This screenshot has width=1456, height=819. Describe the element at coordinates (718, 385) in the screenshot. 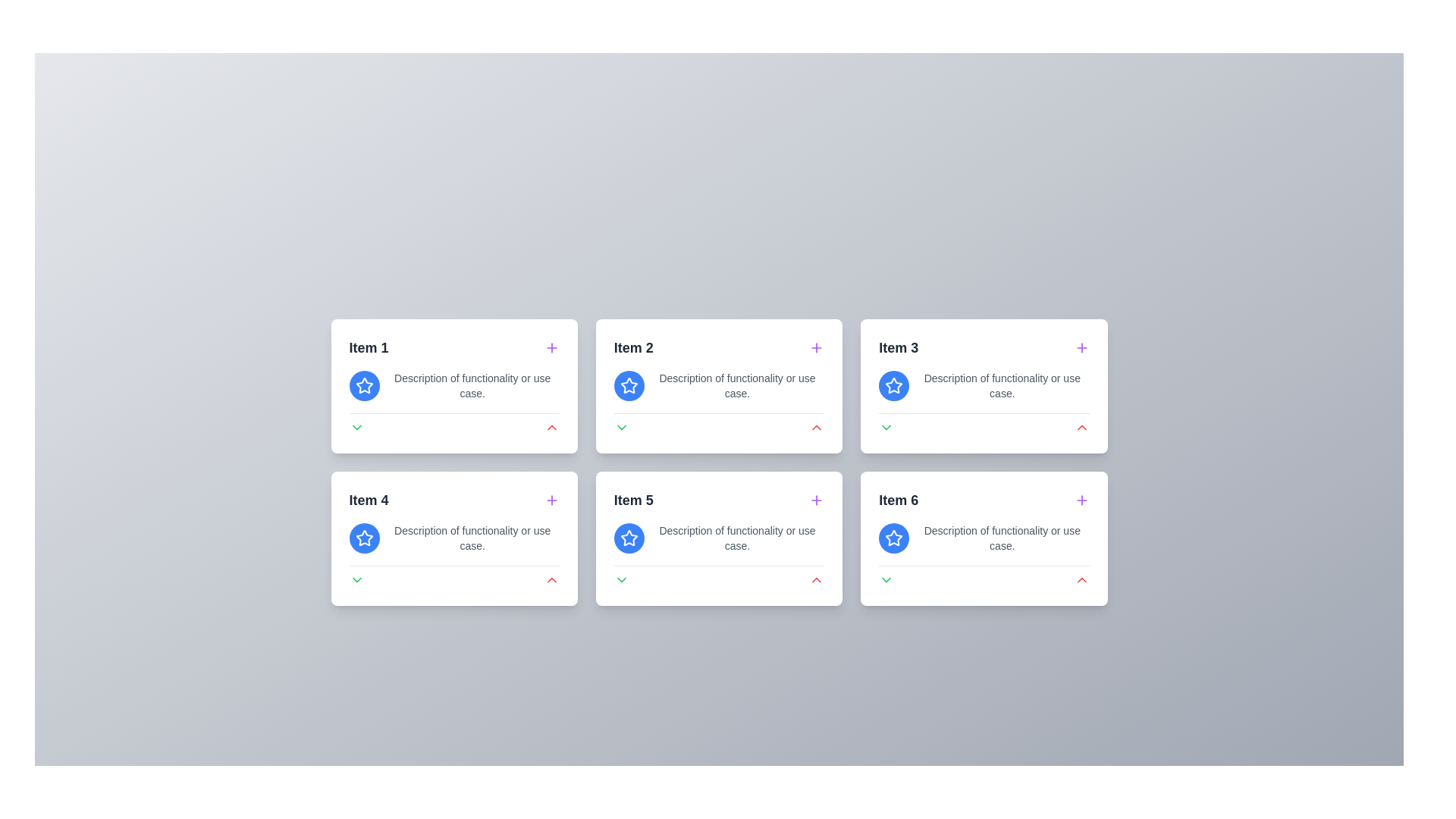

I see `text label that describes the functionality or use case, which is styled with medium gray font and is located beside a circular blue icon with a white star in the card labeled 'Item 2'` at that location.